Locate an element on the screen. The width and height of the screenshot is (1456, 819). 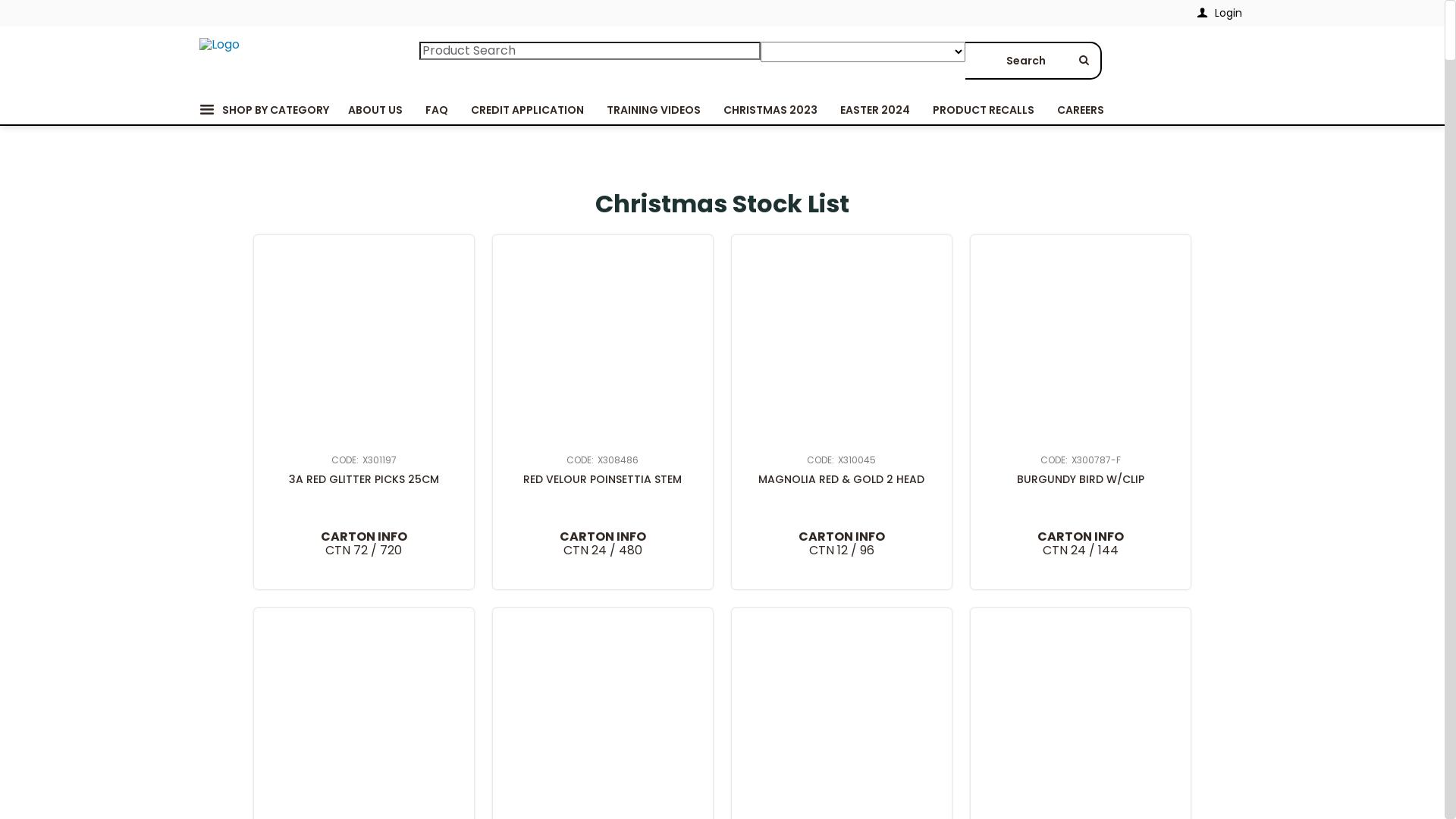
'Search' is located at coordinates (964, 60).